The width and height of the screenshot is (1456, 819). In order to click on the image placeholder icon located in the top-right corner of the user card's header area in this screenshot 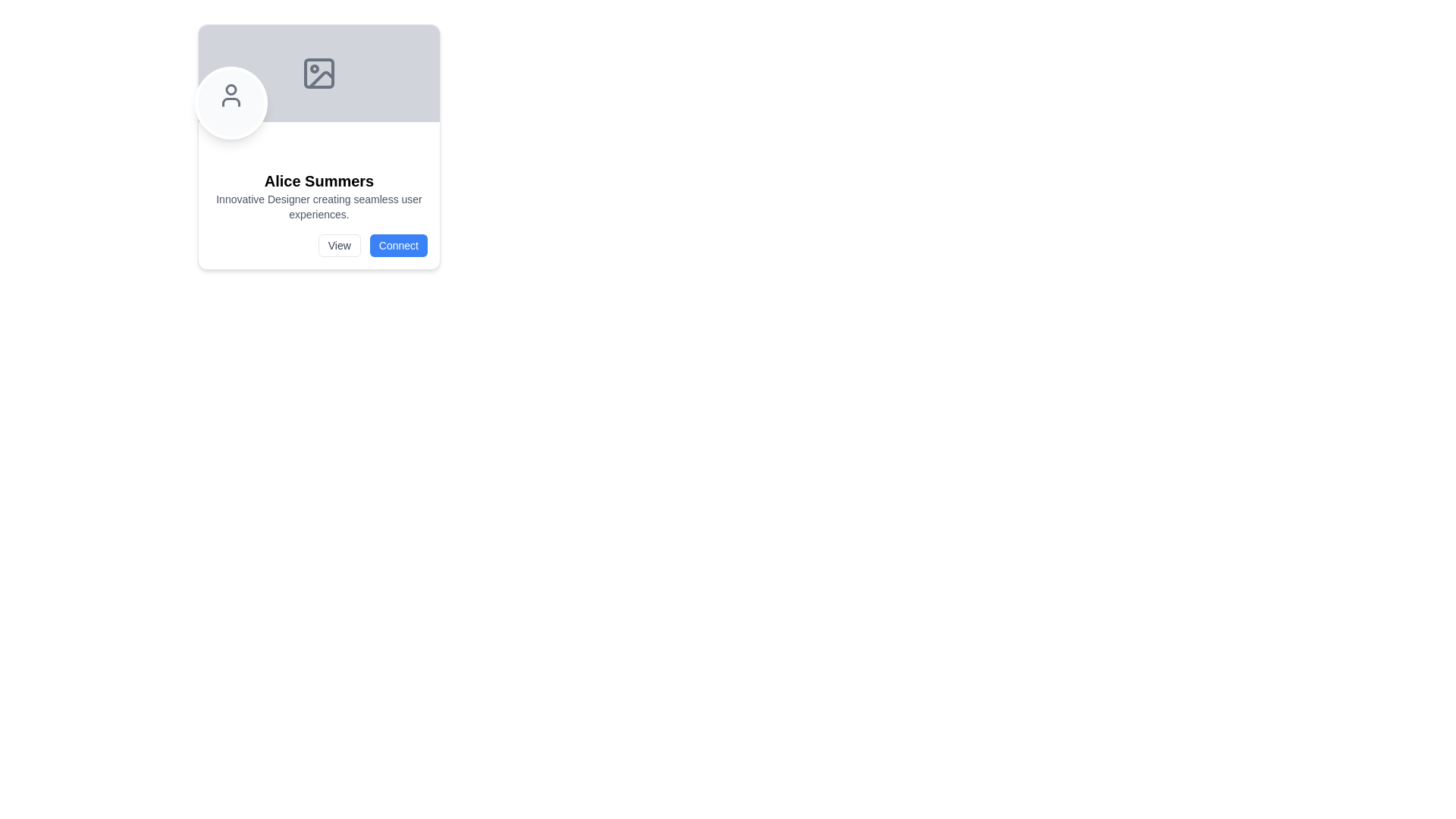, I will do `click(318, 73)`.